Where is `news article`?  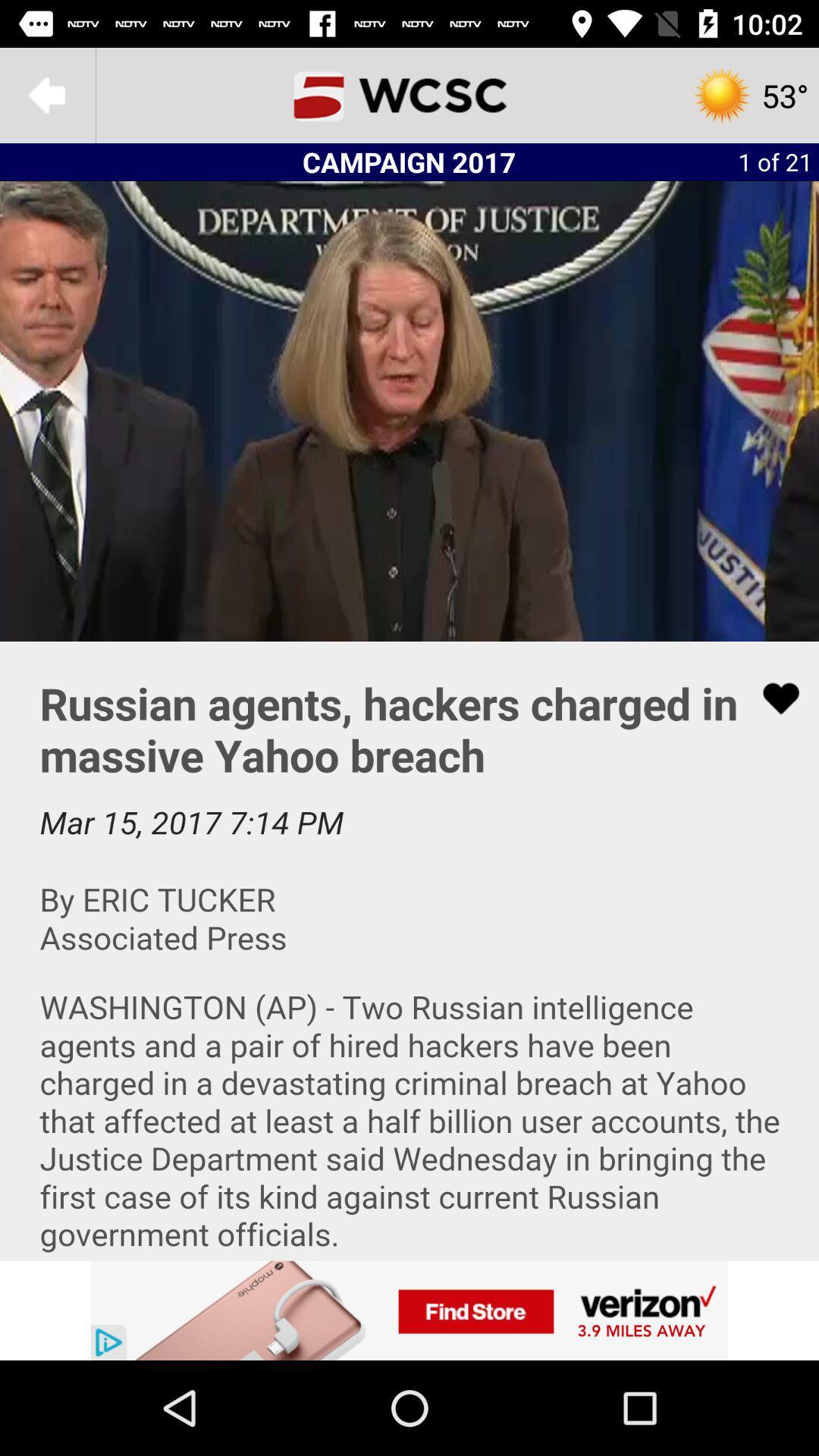 news article is located at coordinates (409, 949).